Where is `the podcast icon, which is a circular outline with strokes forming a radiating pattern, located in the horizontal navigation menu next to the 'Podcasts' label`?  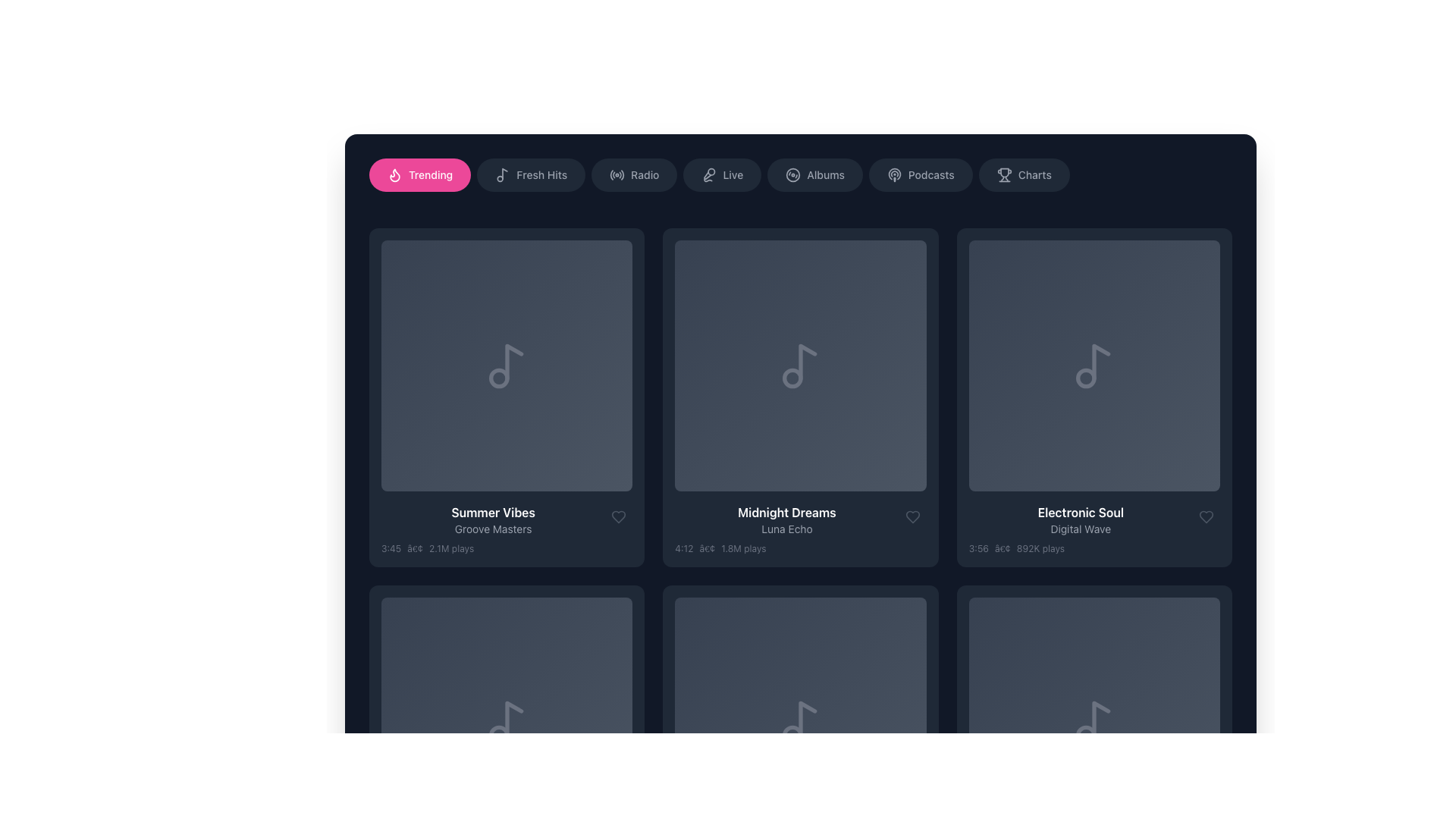
the podcast icon, which is a circular outline with strokes forming a radiating pattern, located in the horizontal navigation menu next to the 'Podcasts' label is located at coordinates (894, 173).